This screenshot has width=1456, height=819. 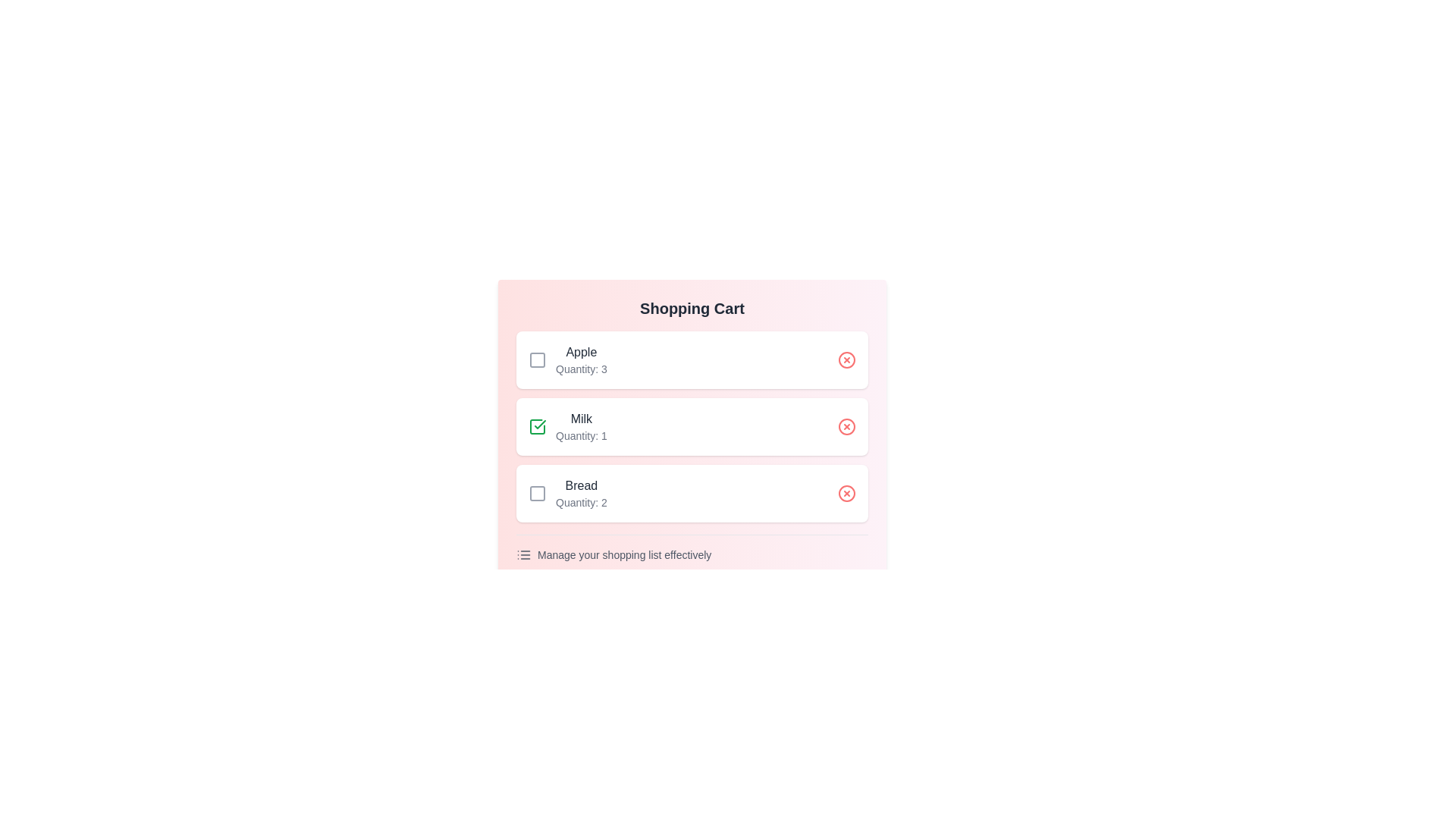 What do you see at coordinates (538, 427) in the screenshot?
I see `checkbox for the item titled Milk to toggle its bought status` at bounding box center [538, 427].